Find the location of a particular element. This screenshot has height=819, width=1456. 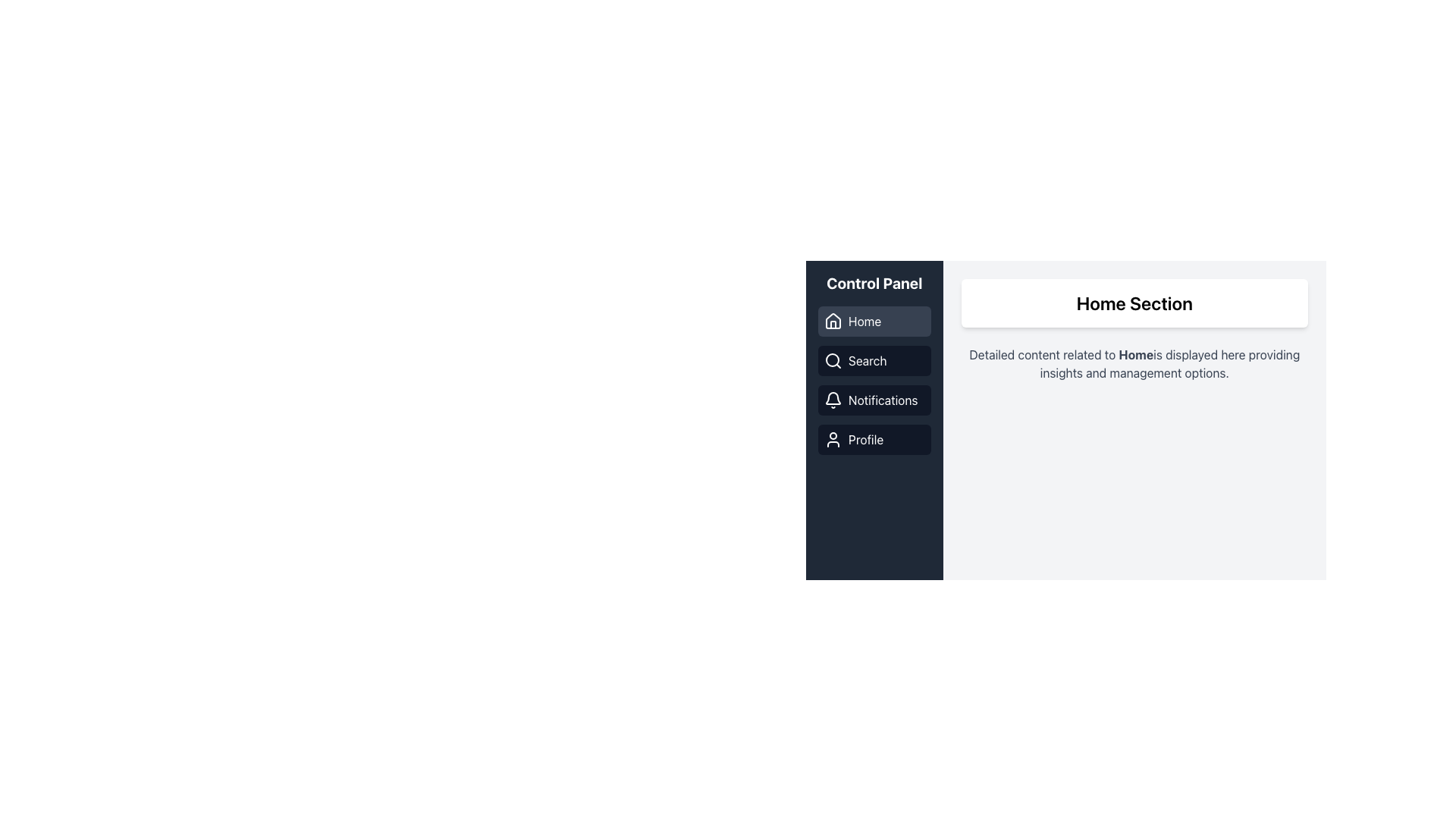

the text block displaying insights and management options related to Home, which is located beneath the 'Home Section' heading and to the right of the 'Control Panel' sidebar is located at coordinates (1134, 363).